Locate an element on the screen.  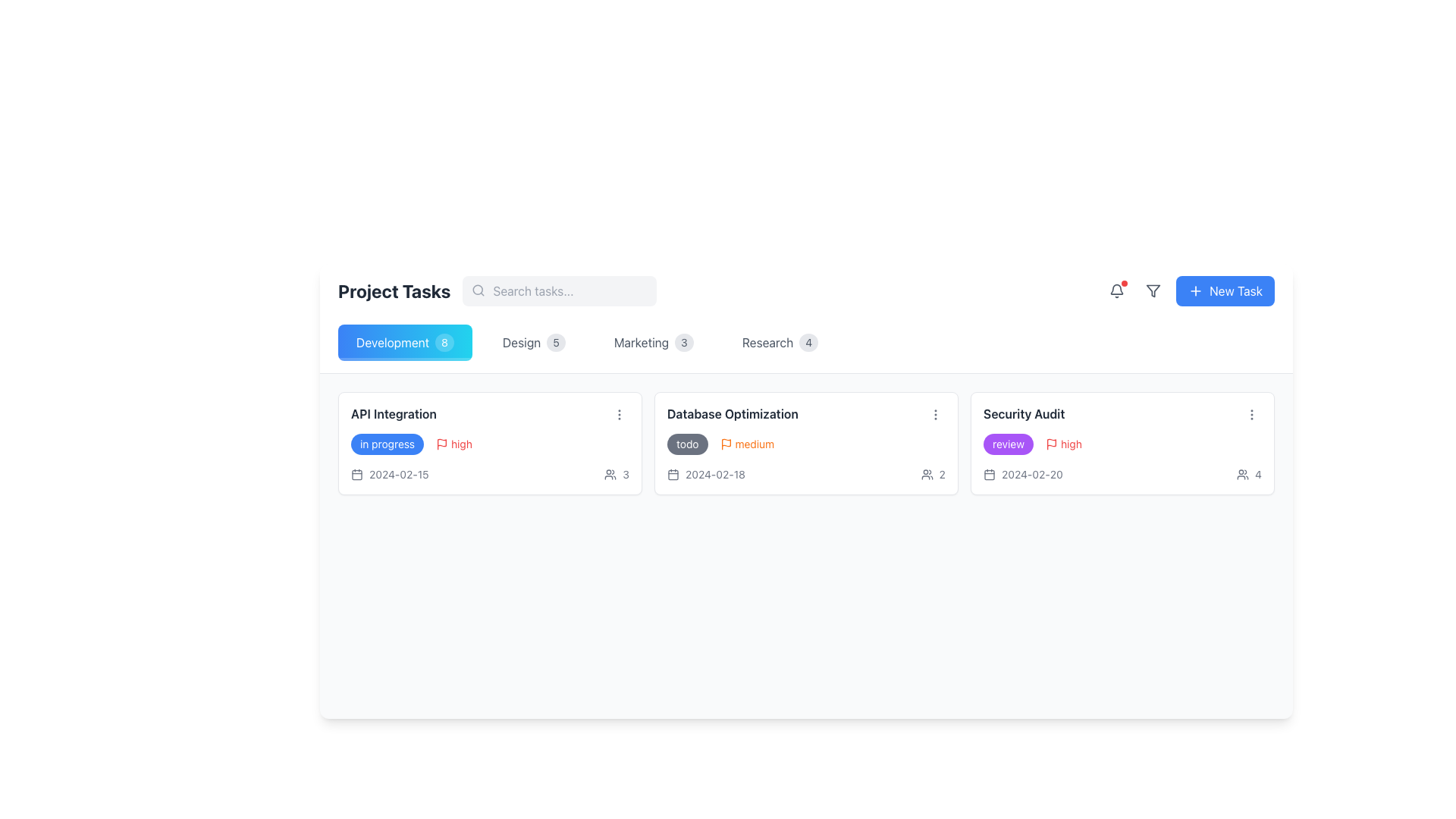
the 'Development' button with rounded corners and a gradient background, which has the text 'Development' and a badge with the number '8' is located at coordinates (405, 342).